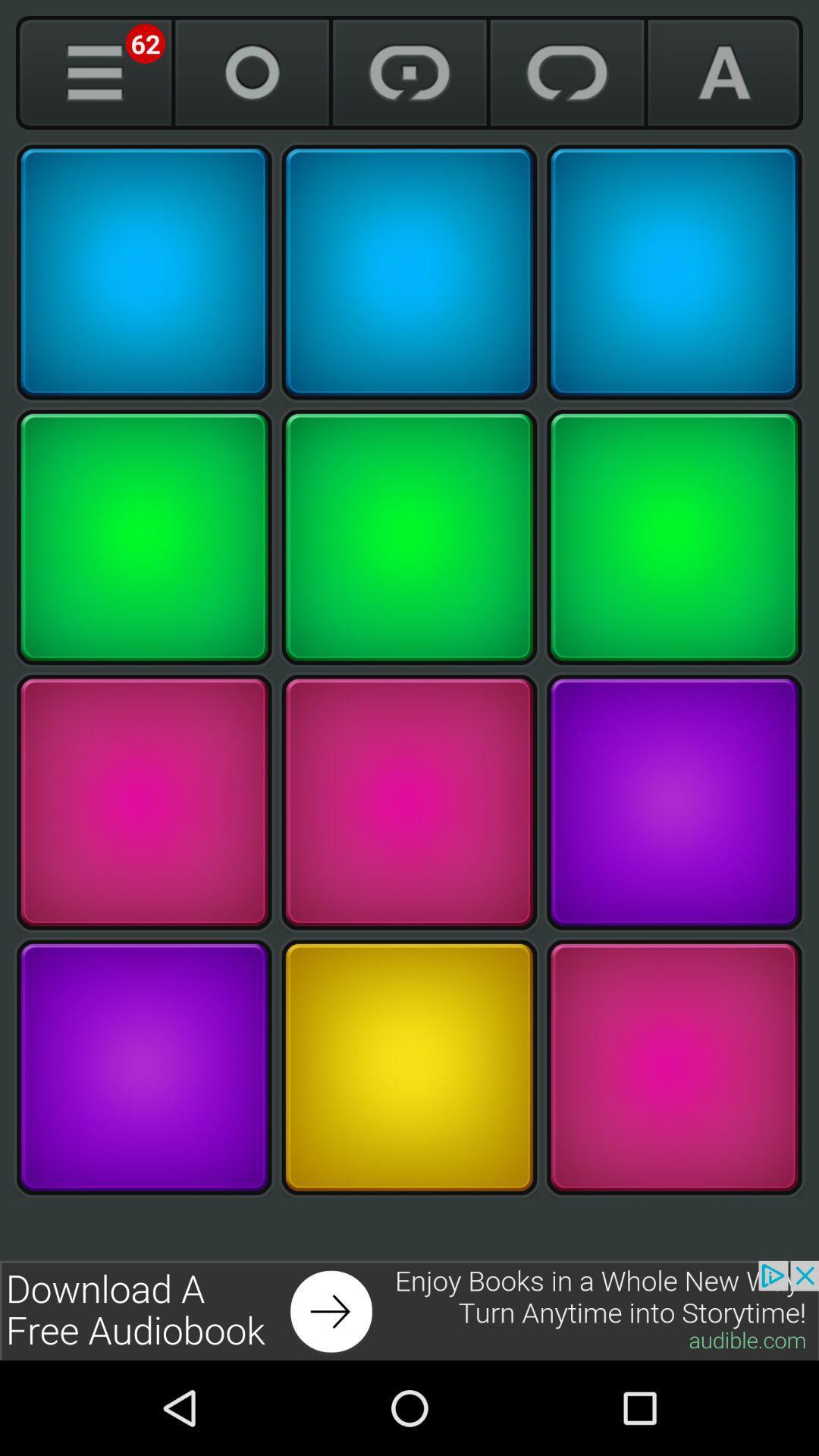 This screenshot has height=1456, width=819. Describe the element at coordinates (673, 537) in the screenshot. I see `key number 6` at that location.